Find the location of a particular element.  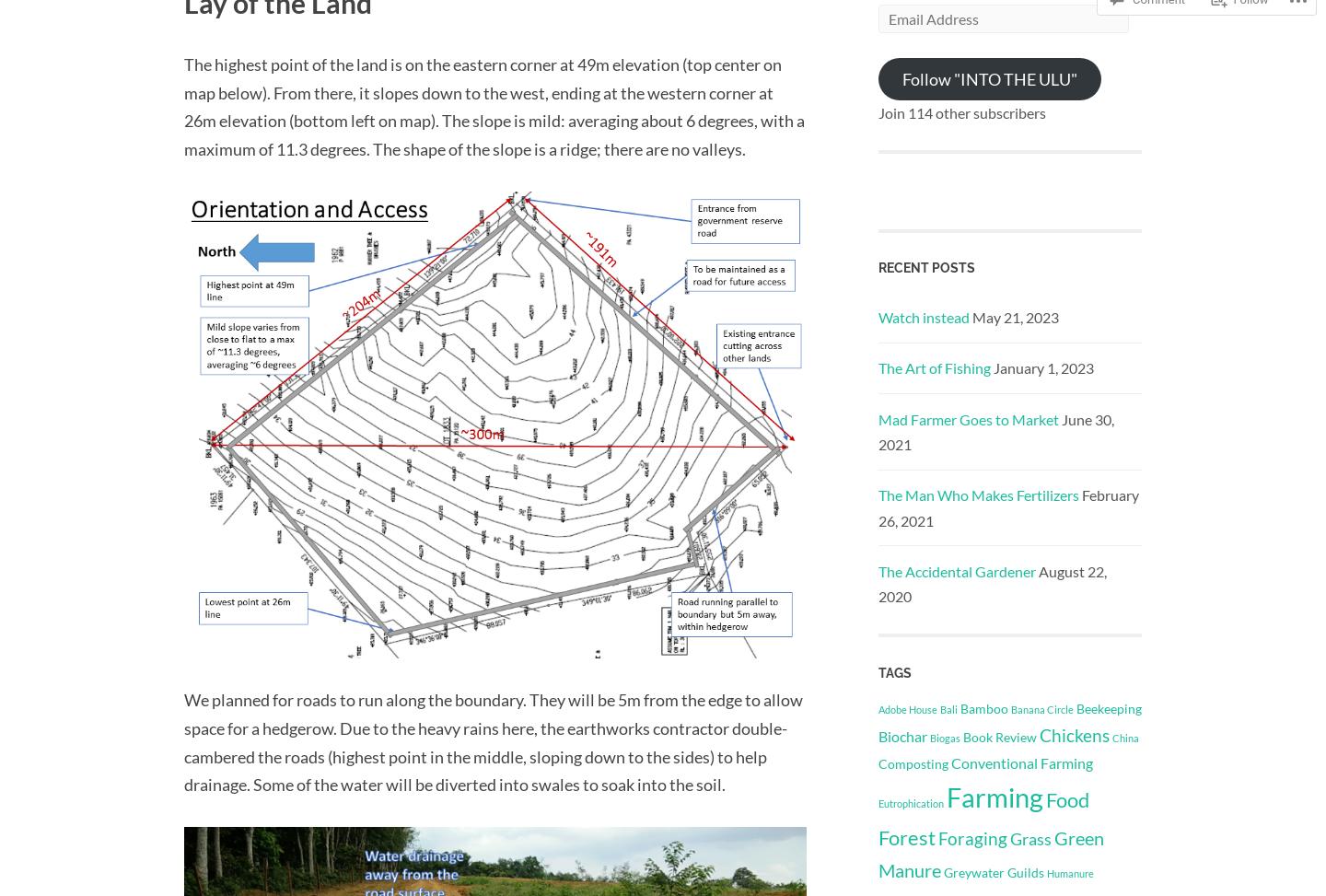

'Watch instead' is located at coordinates (923, 317).